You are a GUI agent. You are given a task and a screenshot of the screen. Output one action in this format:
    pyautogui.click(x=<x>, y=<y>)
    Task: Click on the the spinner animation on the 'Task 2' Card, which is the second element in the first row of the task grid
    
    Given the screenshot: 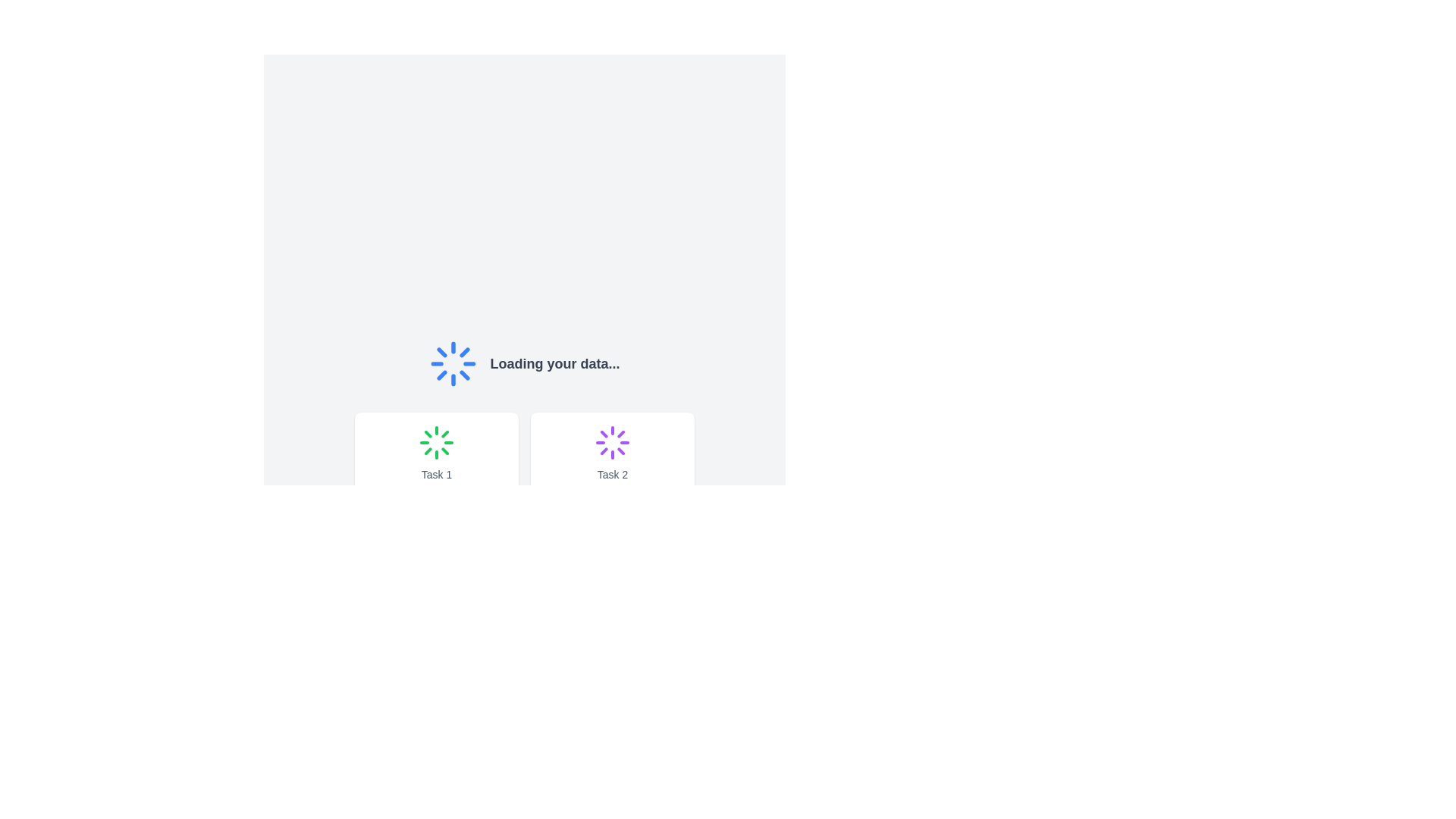 What is the action you would take?
    pyautogui.click(x=612, y=452)
    